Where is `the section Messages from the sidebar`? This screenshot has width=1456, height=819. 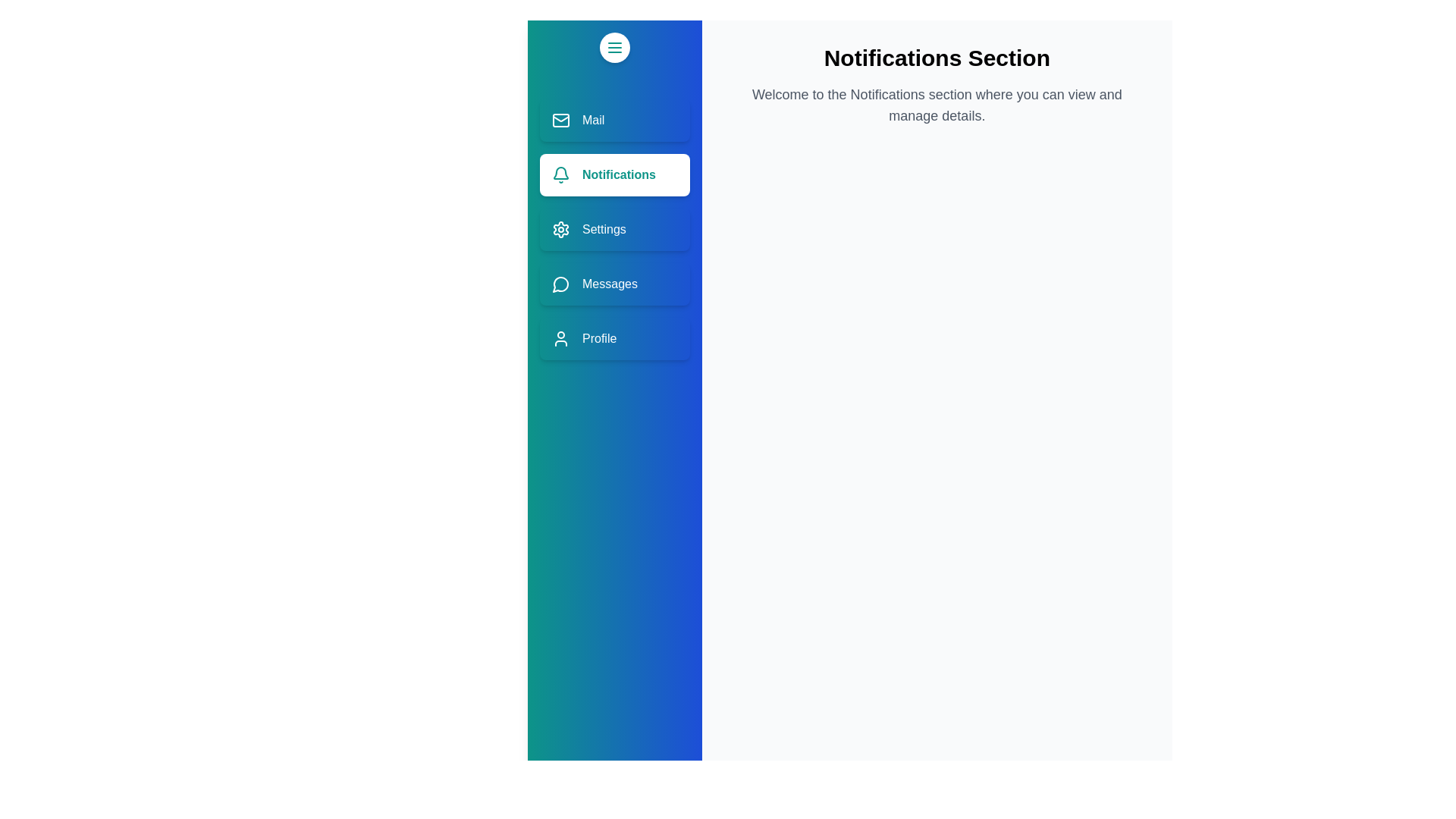
the section Messages from the sidebar is located at coordinates (614, 284).